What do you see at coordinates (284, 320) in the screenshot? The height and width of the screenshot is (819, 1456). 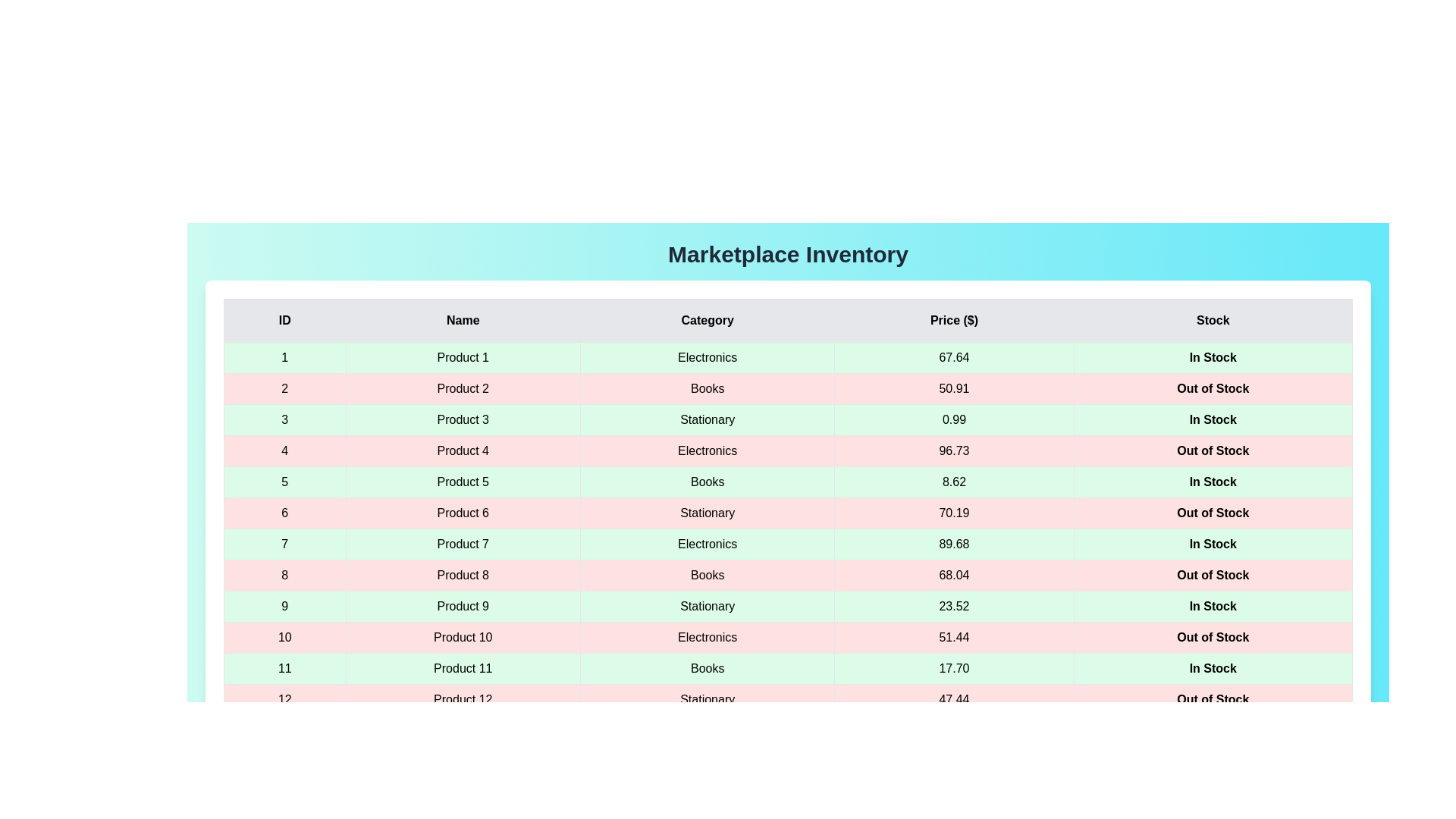 I see `the column header labeled 'ID' to sort the table by that column` at bounding box center [284, 320].